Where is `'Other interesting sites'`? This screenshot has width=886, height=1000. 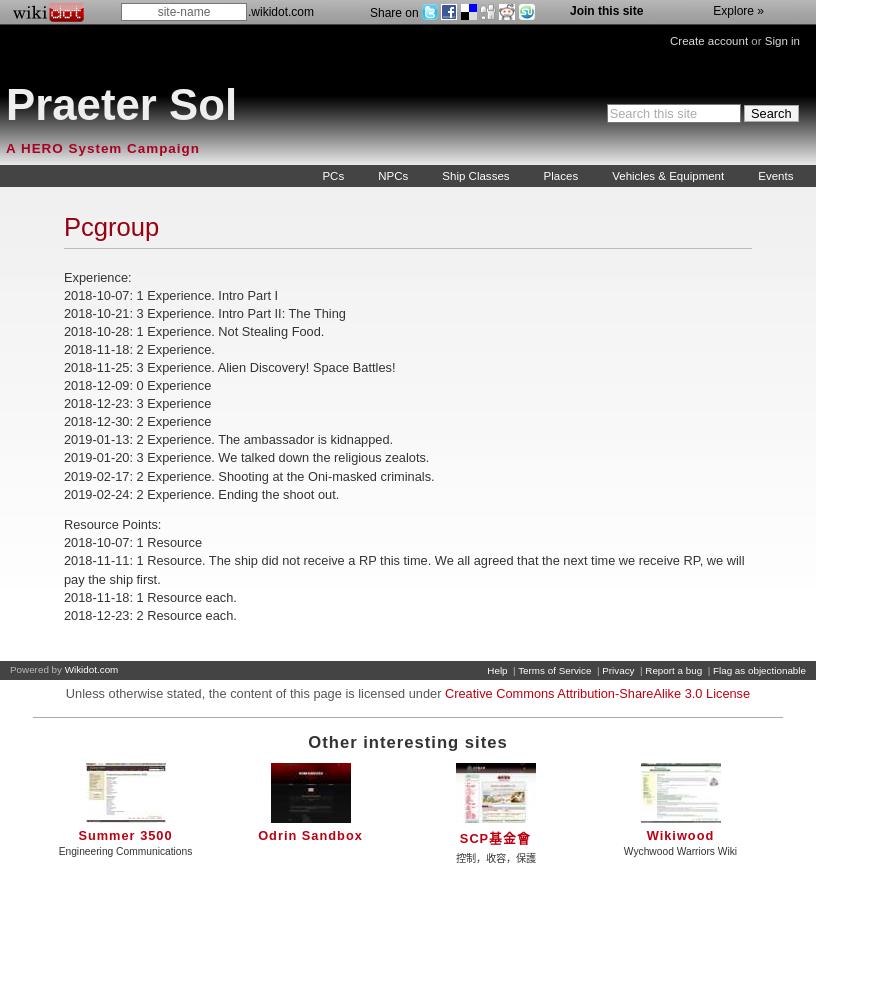 'Other interesting sites' is located at coordinates (406, 741).